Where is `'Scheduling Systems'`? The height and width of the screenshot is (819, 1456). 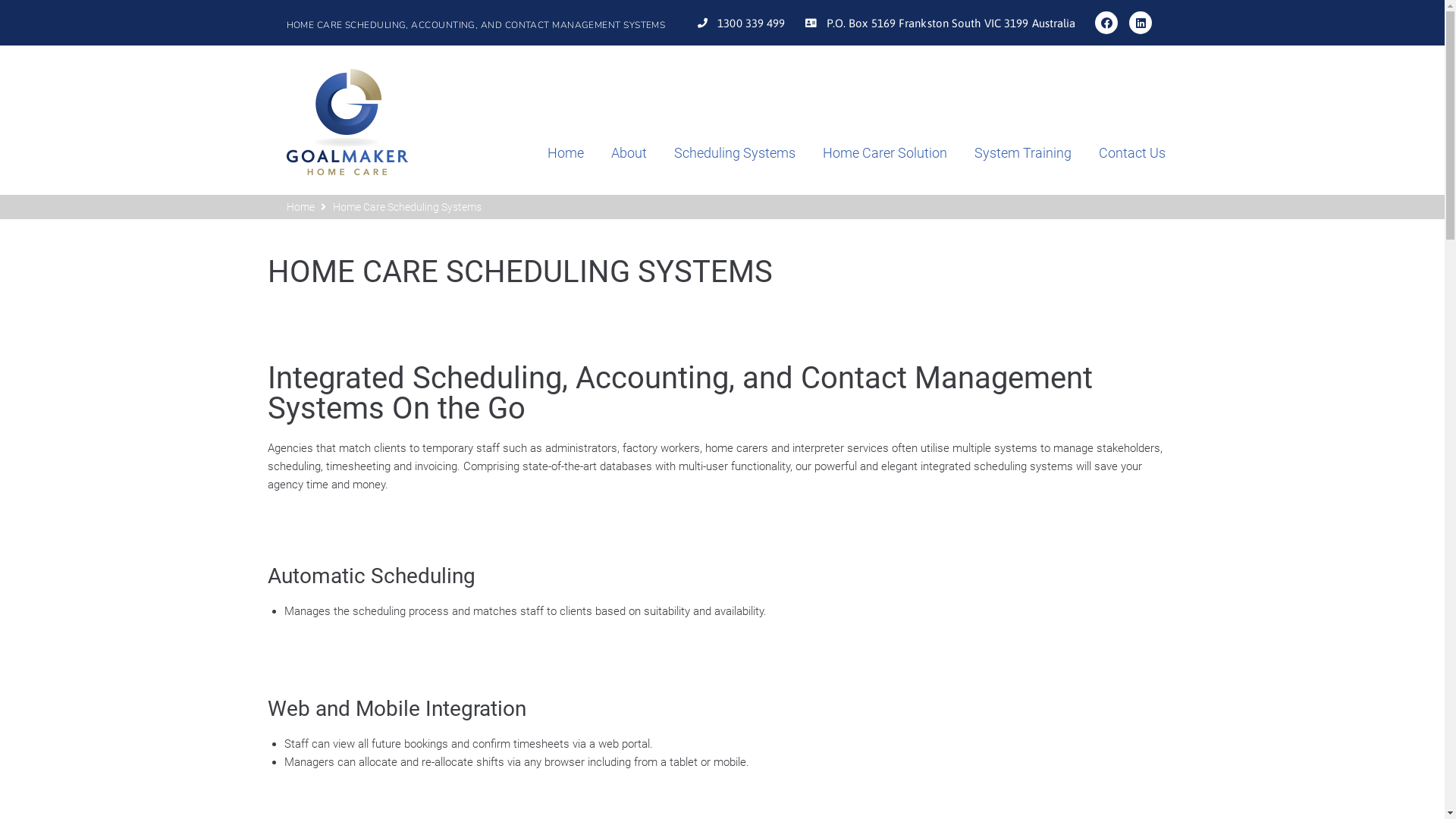 'Scheduling Systems' is located at coordinates (720, 153).